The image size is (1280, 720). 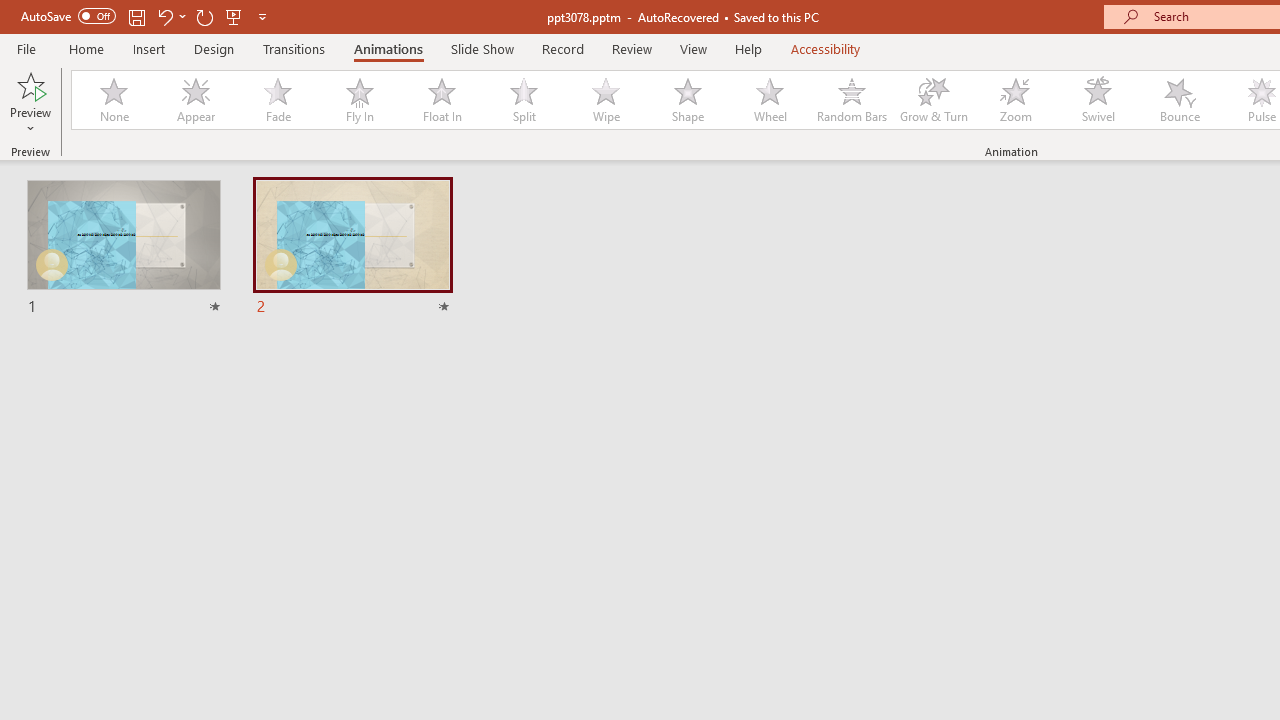 What do you see at coordinates (195, 100) in the screenshot?
I see `'Appear'` at bounding box center [195, 100].